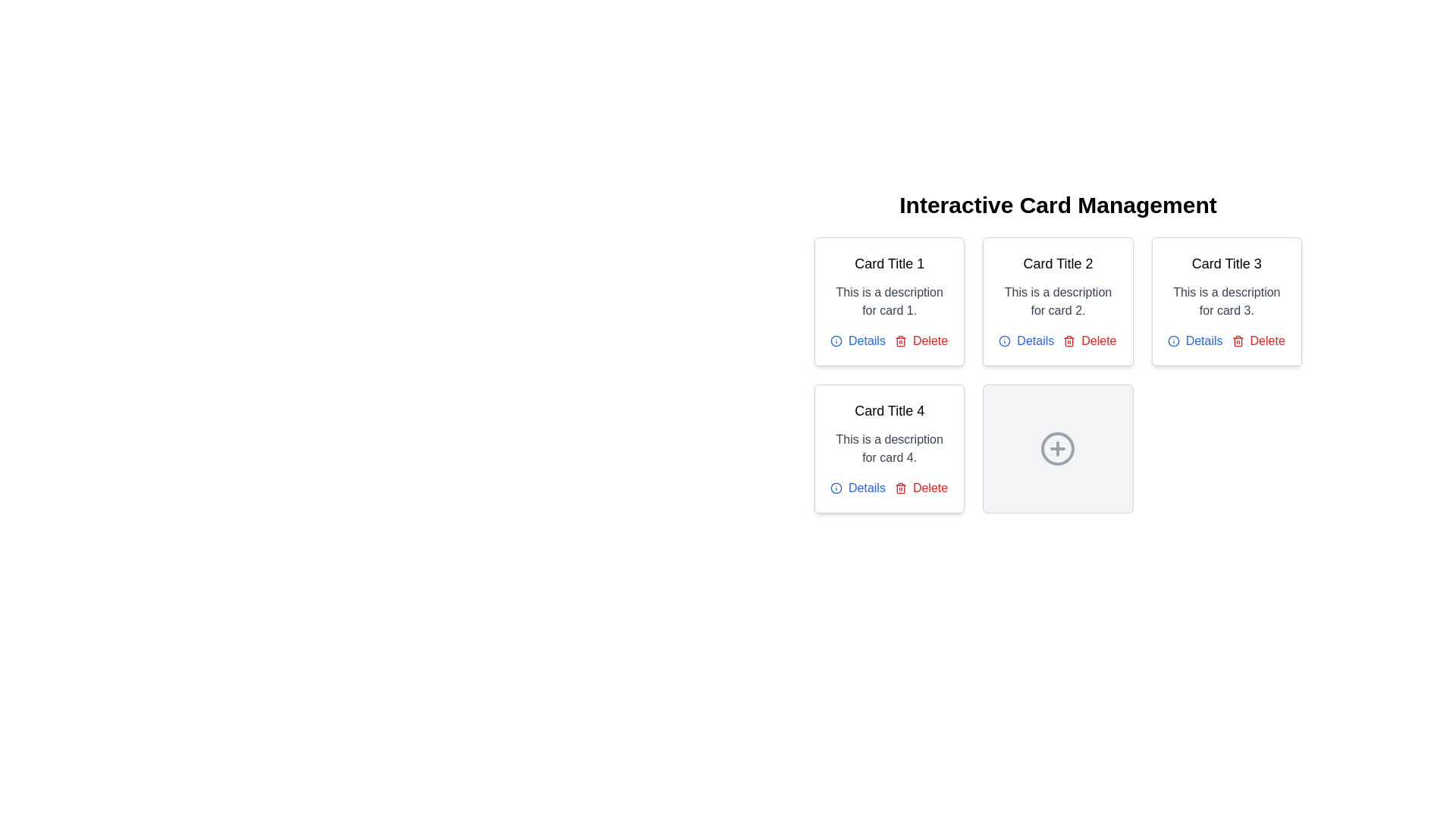 This screenshot has width=1456, height=819. Describe the element at coordinates (1226, 341) in the screenshot. I see `the 'Details' link, which is styled in blue and located at the bottom section of the card titled 'Card Title 3'` at that location.